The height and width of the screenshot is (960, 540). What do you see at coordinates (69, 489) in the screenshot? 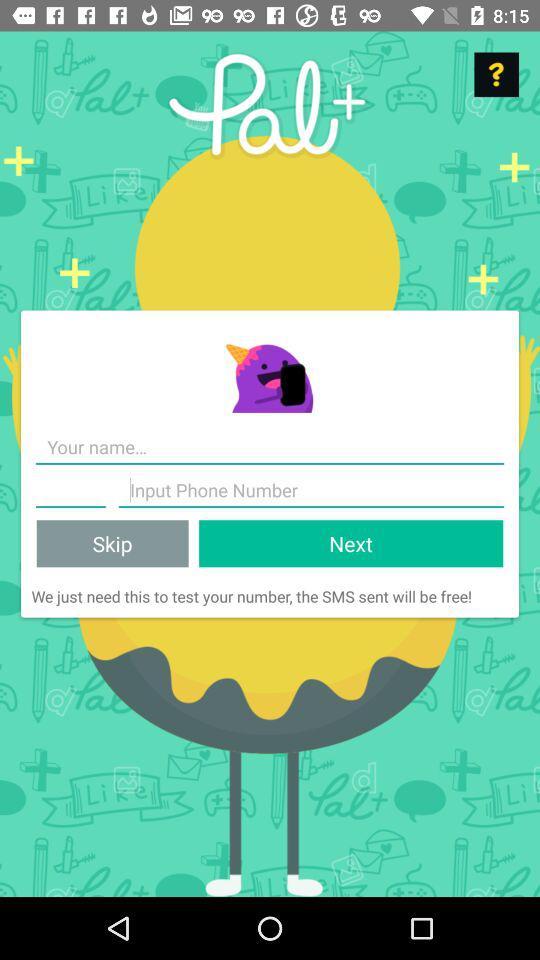
I see `type your phone number` at bounding box center [69, 489].